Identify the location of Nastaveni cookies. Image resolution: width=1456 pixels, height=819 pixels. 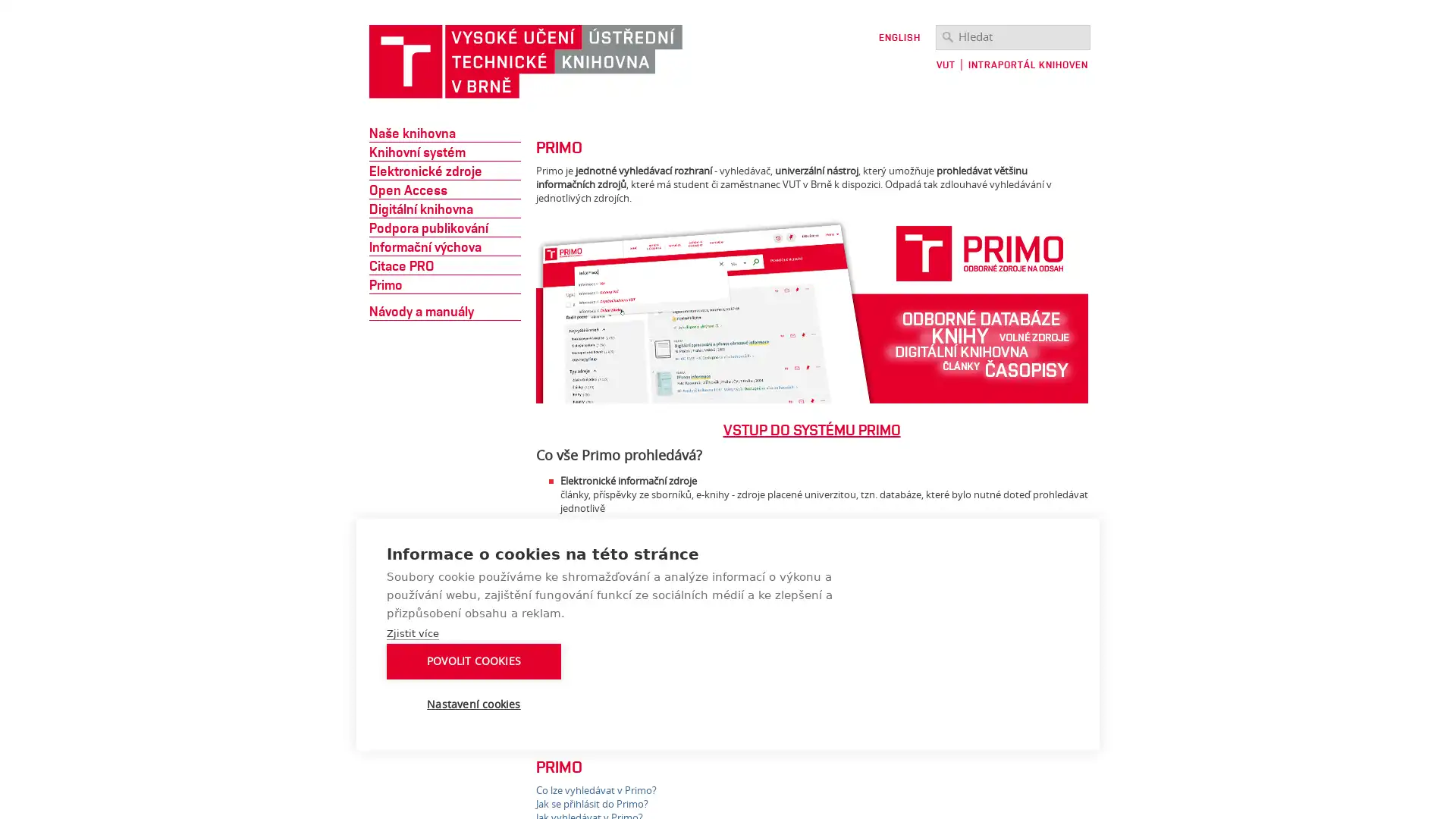
(979, 686).